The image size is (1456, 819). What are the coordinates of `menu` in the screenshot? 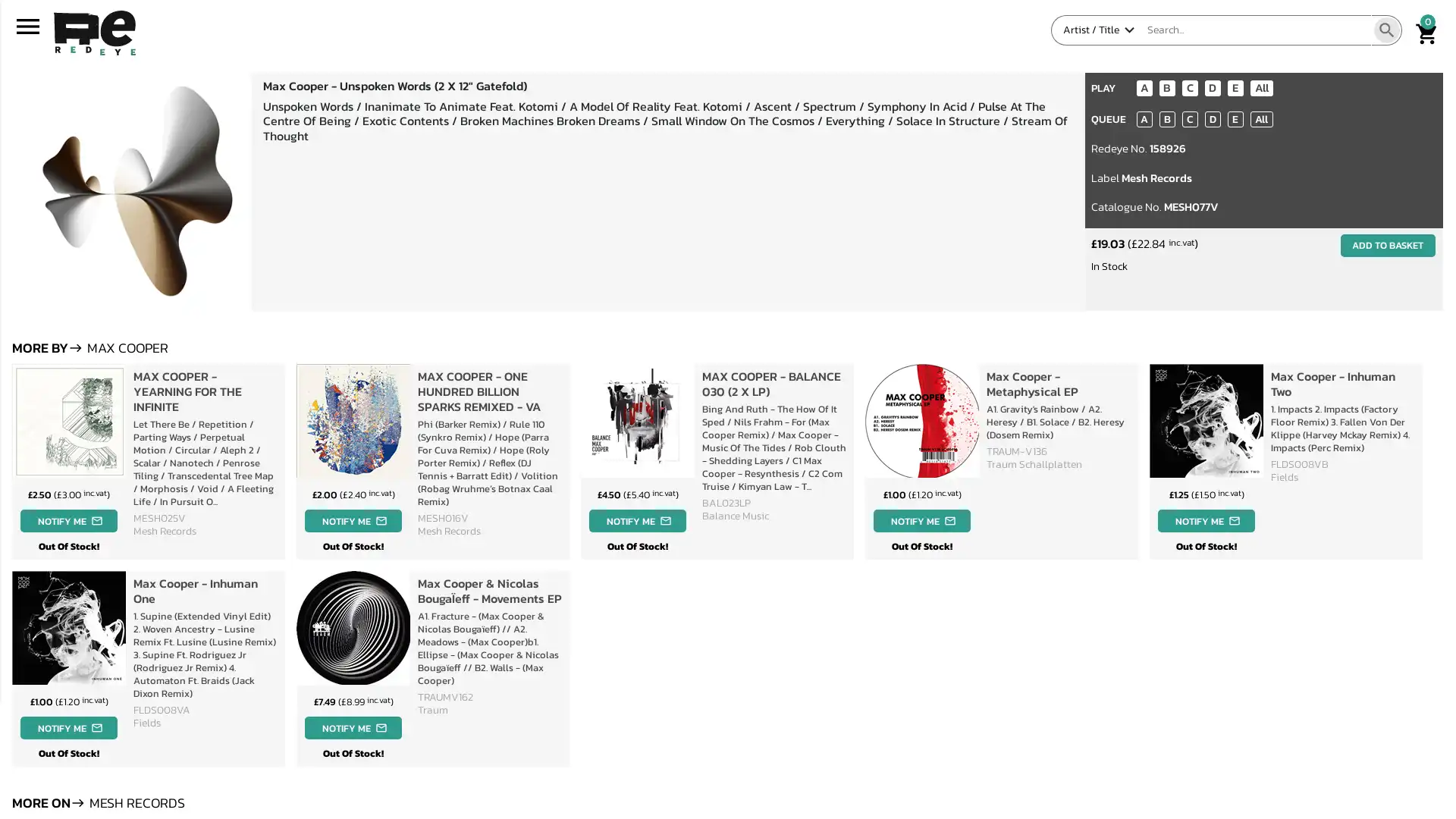 It's located at (28, 30).